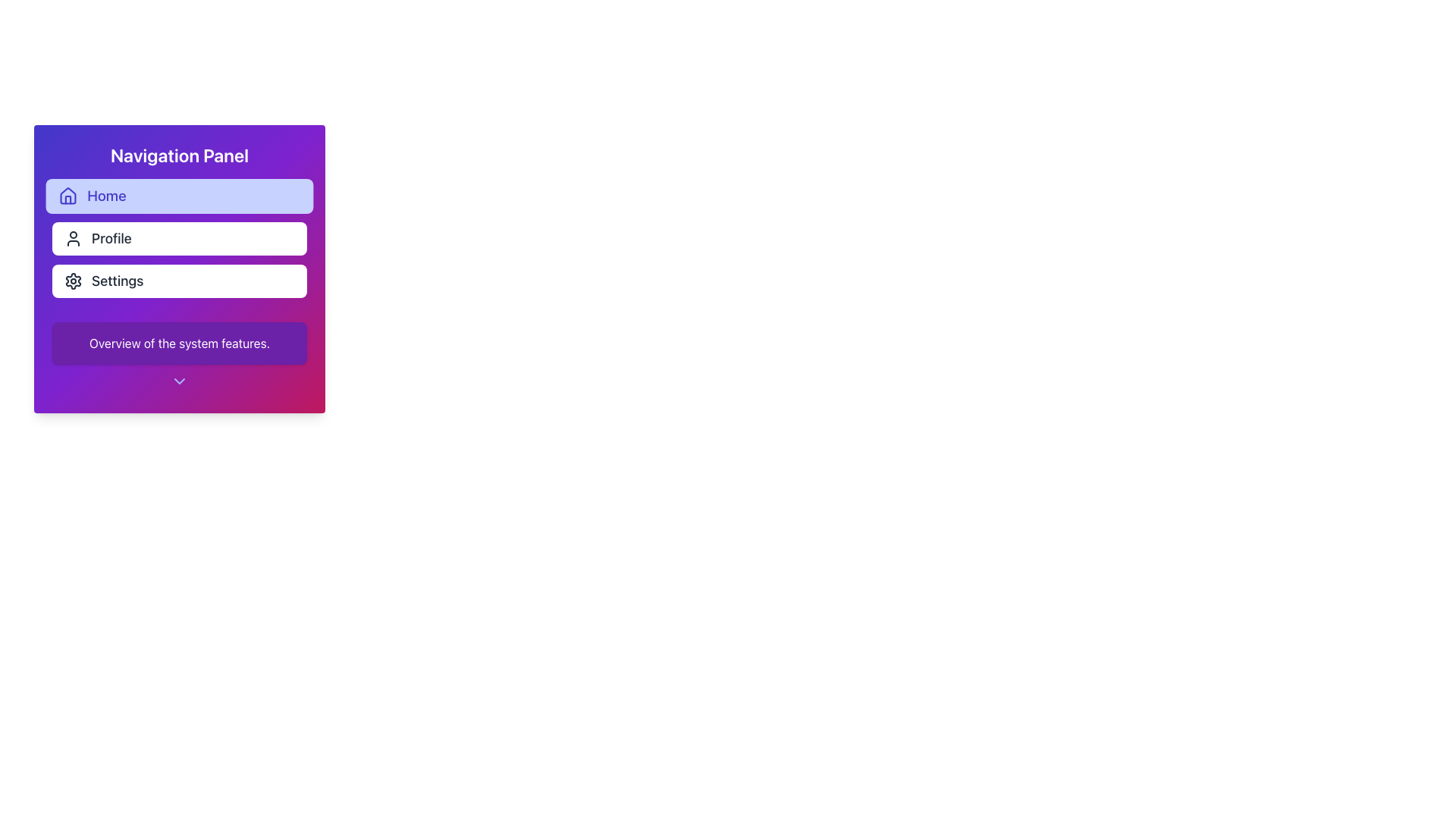 The height and width of the screenshot is (819, 1456). Describe the element at coordinates (105, 195) in the screenshot. I see `text of the 'Home' label located in the first row of the navigation panel's menu items, which is positioned to the right of a house icon` at that location.